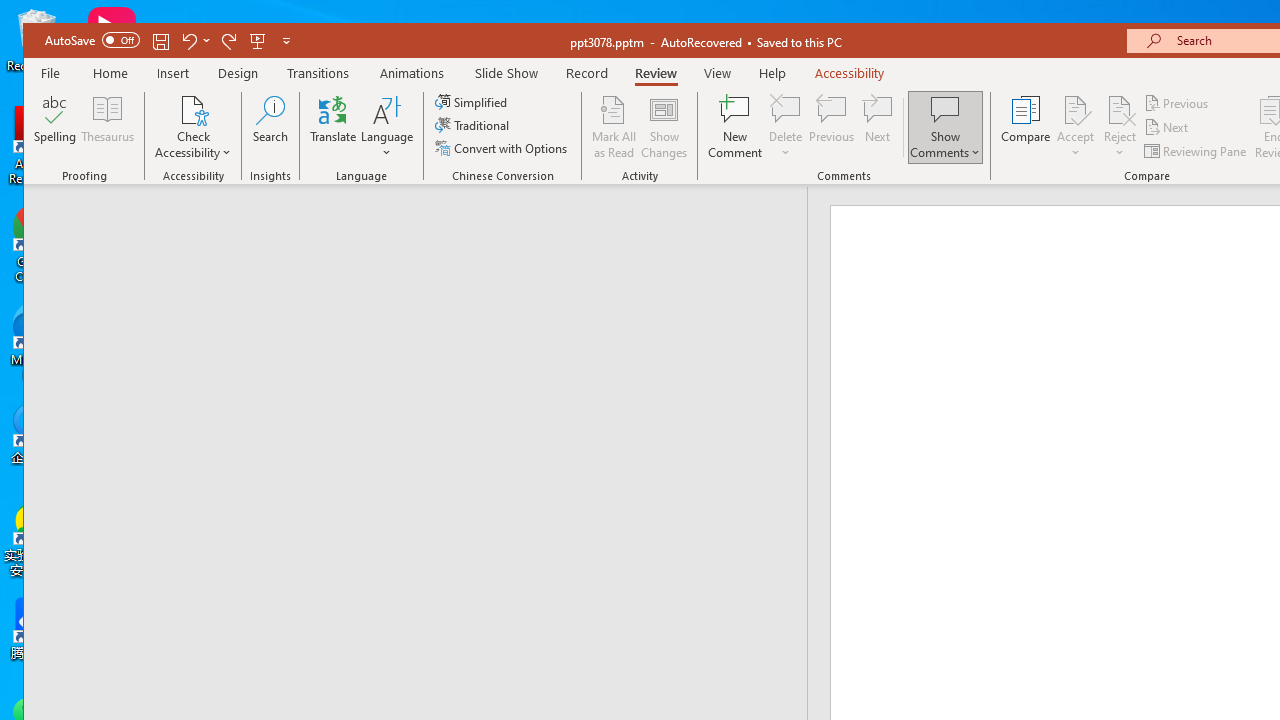 Image resolution: width=1280 pixels, height=720 pixels. What do you see at coordinates (229, 40) in the screenshot?
I see `'Redo'` at bounding box center [229, 40].